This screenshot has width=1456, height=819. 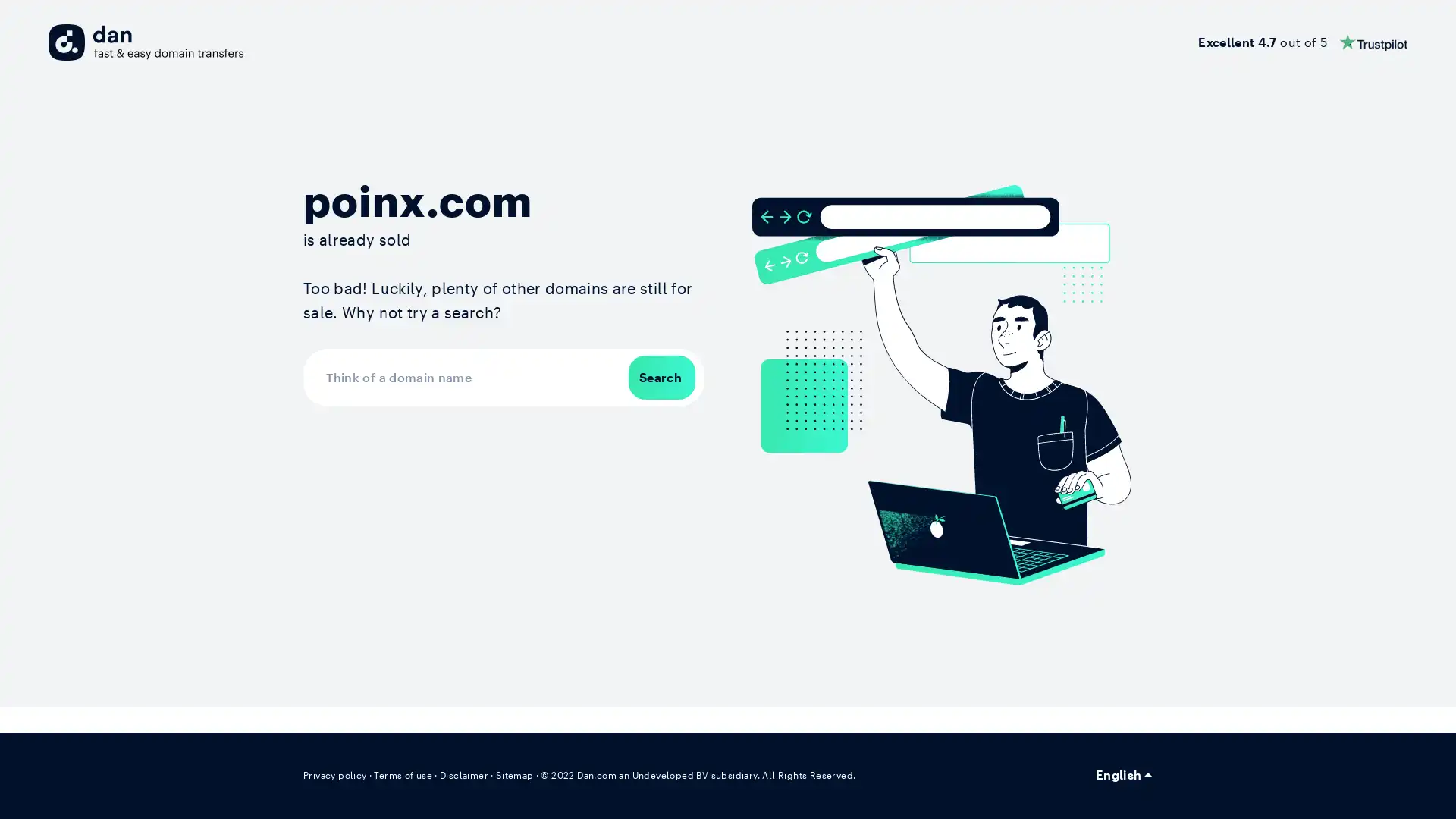 I want to click on Search, so click(x=661, y=376).